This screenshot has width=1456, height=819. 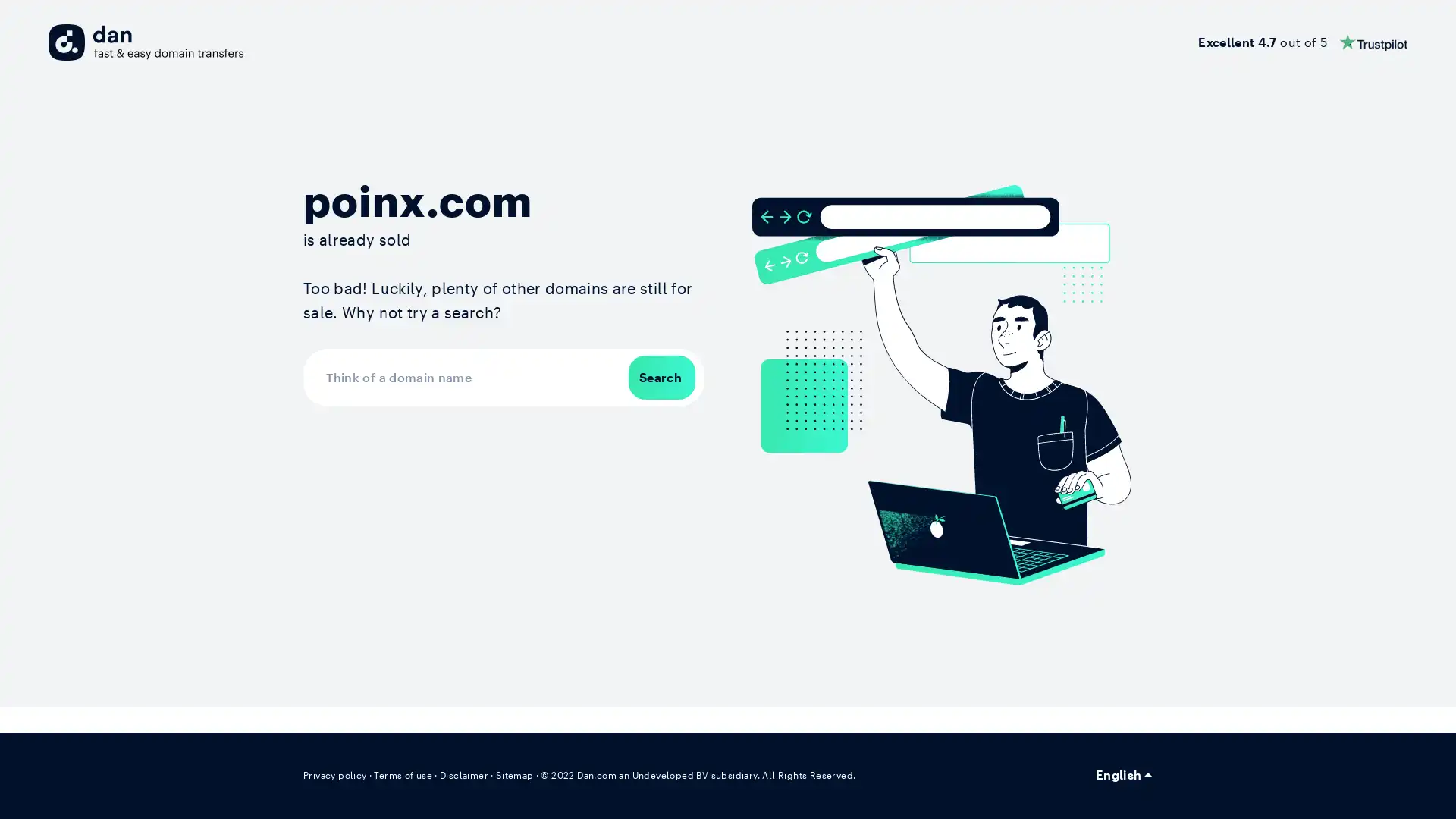 I want to click on Search, so click(x=661, y=376).